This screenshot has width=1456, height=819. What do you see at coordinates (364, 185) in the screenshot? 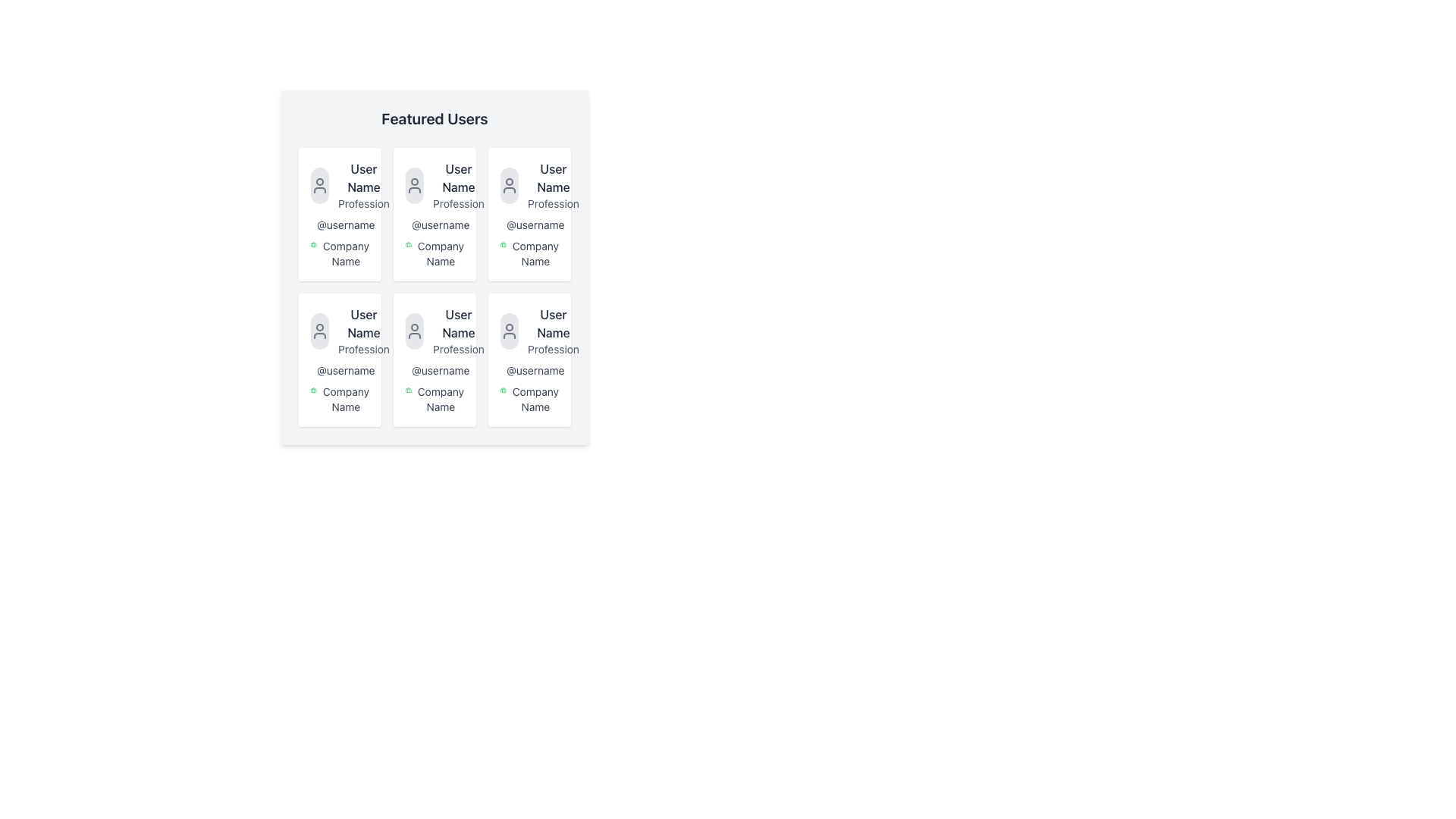
I see `the text block` at bounding box center [364, 185].